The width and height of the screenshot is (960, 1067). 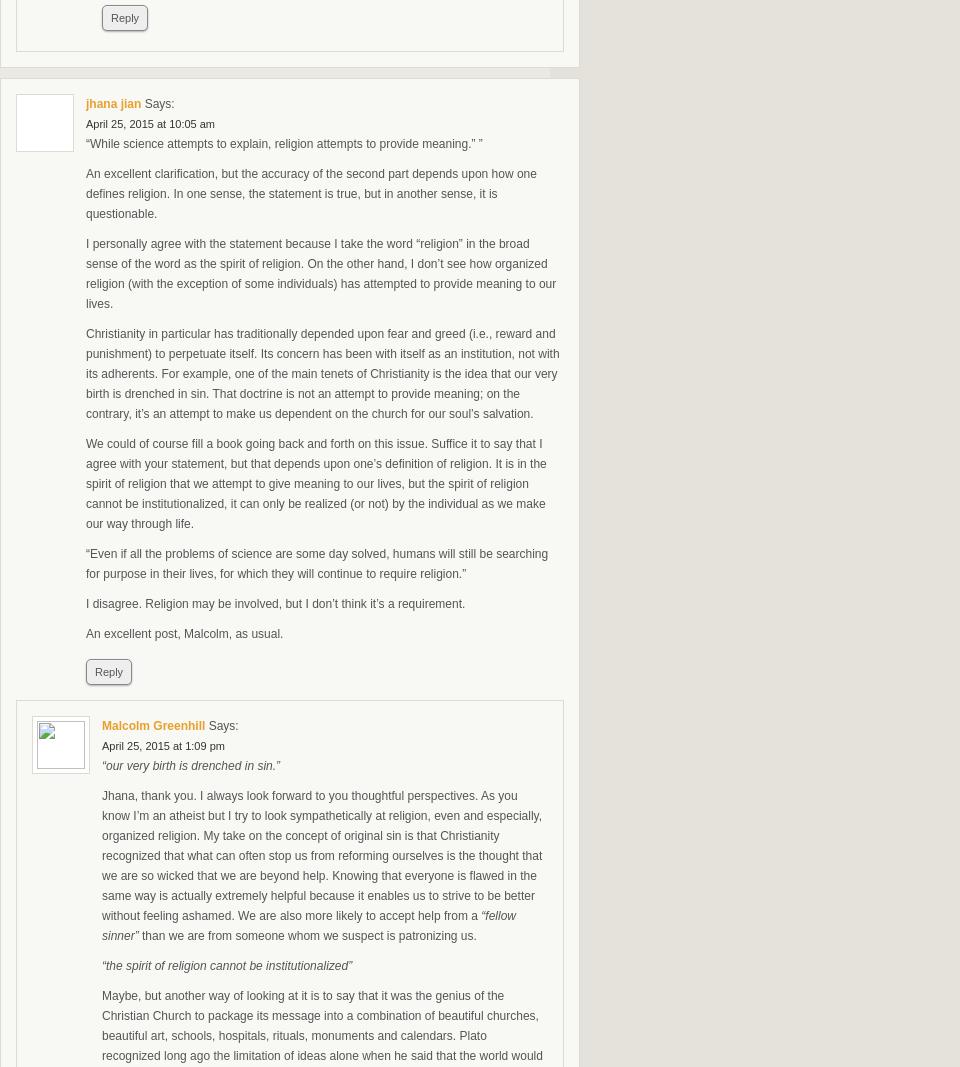 What do you see at coordinates (113, 103) in the screenshot?
I see `'jhana jian'` at bounding box center [113, 103].